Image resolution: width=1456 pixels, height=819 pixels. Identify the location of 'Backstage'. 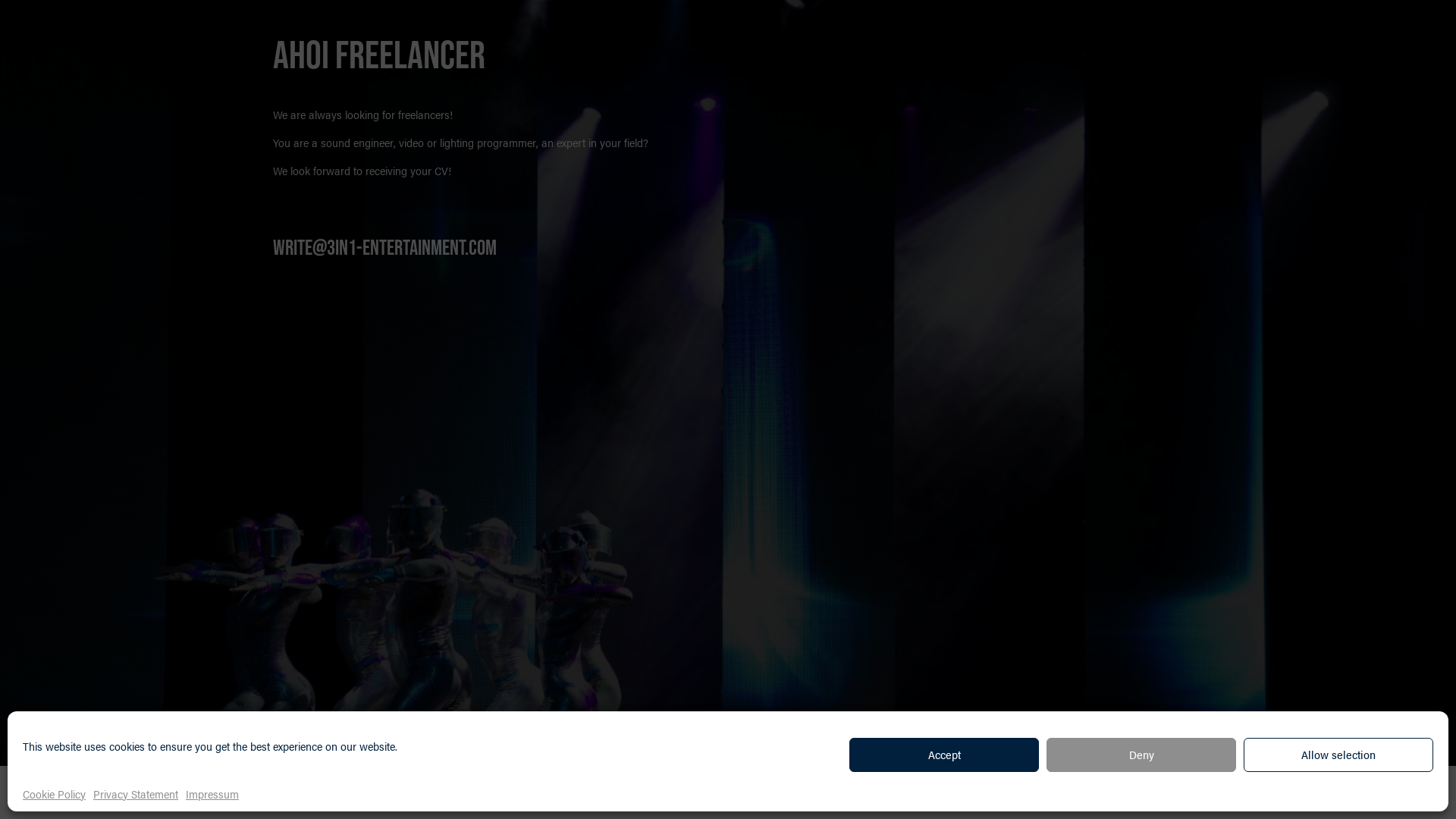
(304, 792).